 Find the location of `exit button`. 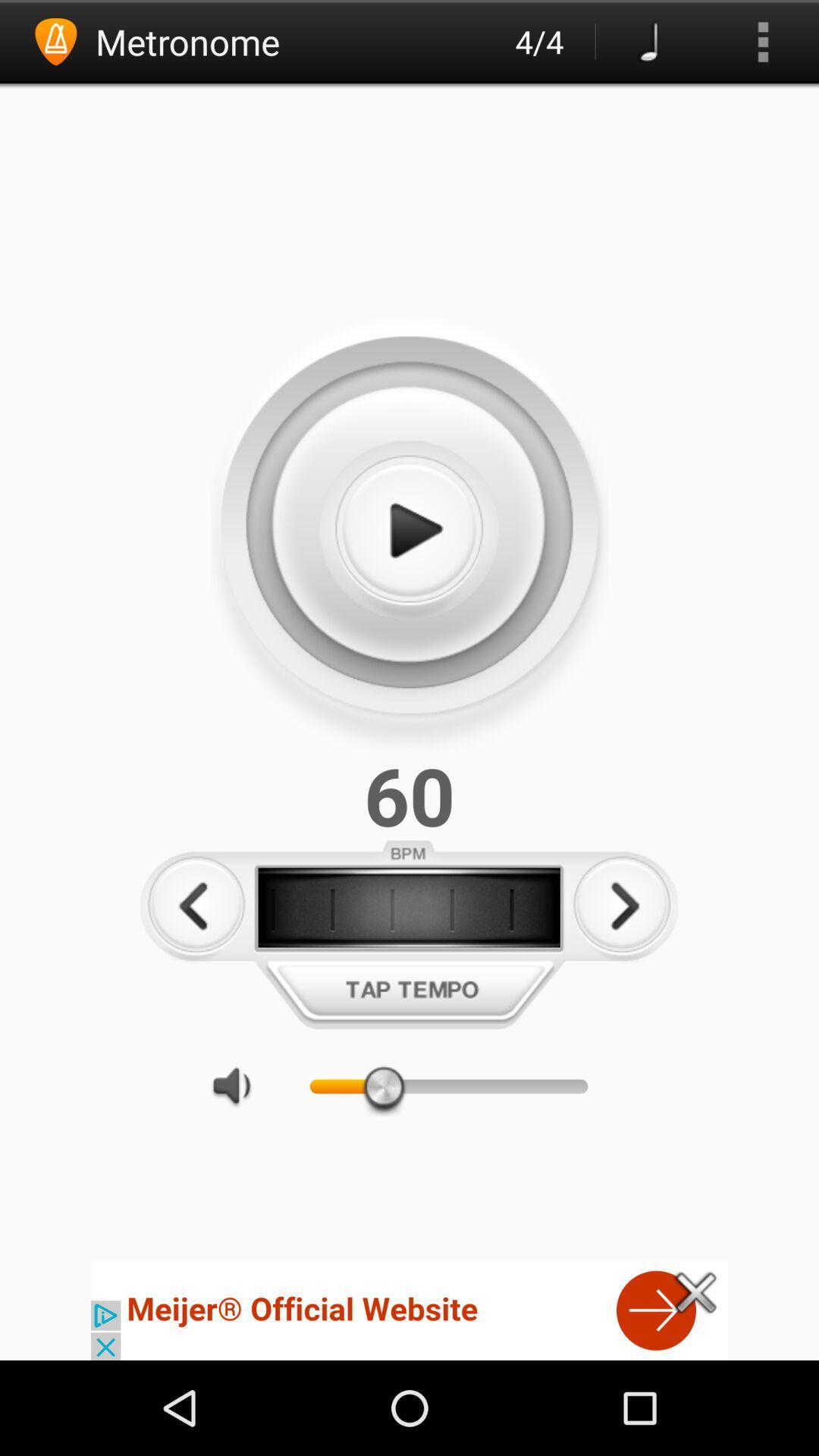

exit button is located at coordinates (696, 1291).